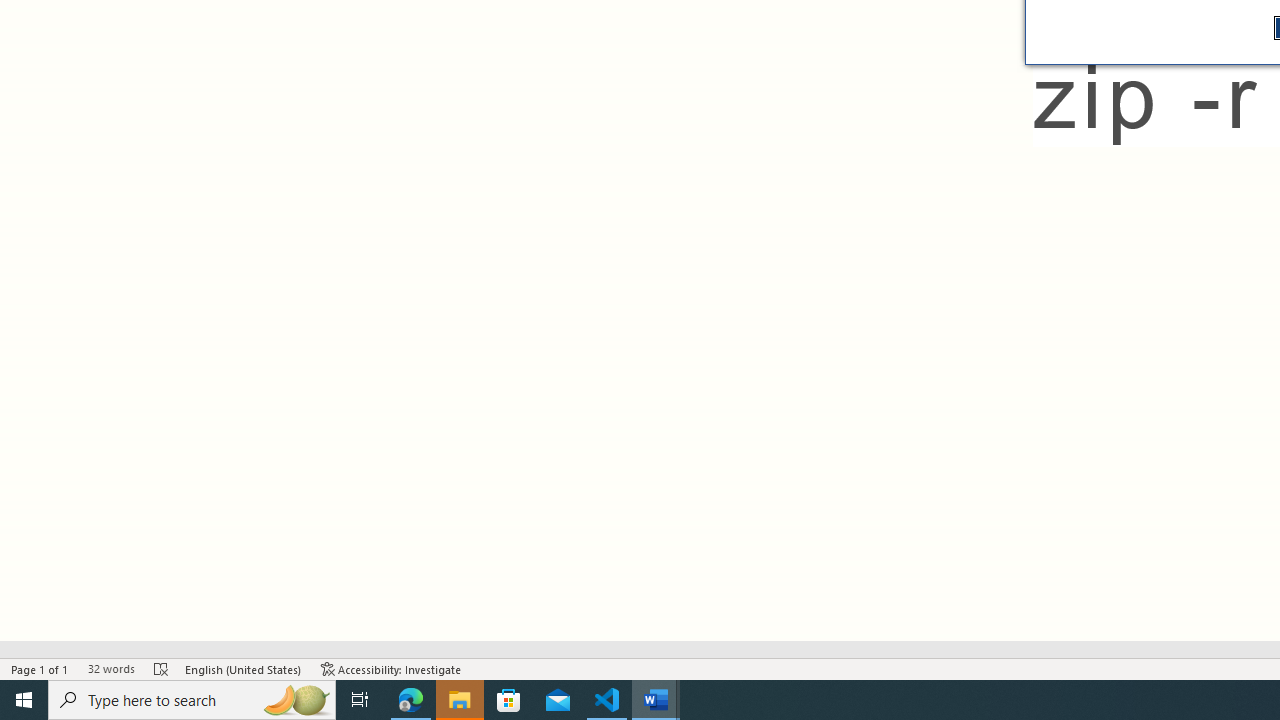  Describe the element at coordinates (410, 698) in the screenshot. I see `'Microsoft Edge - 1 running window'` at that location.